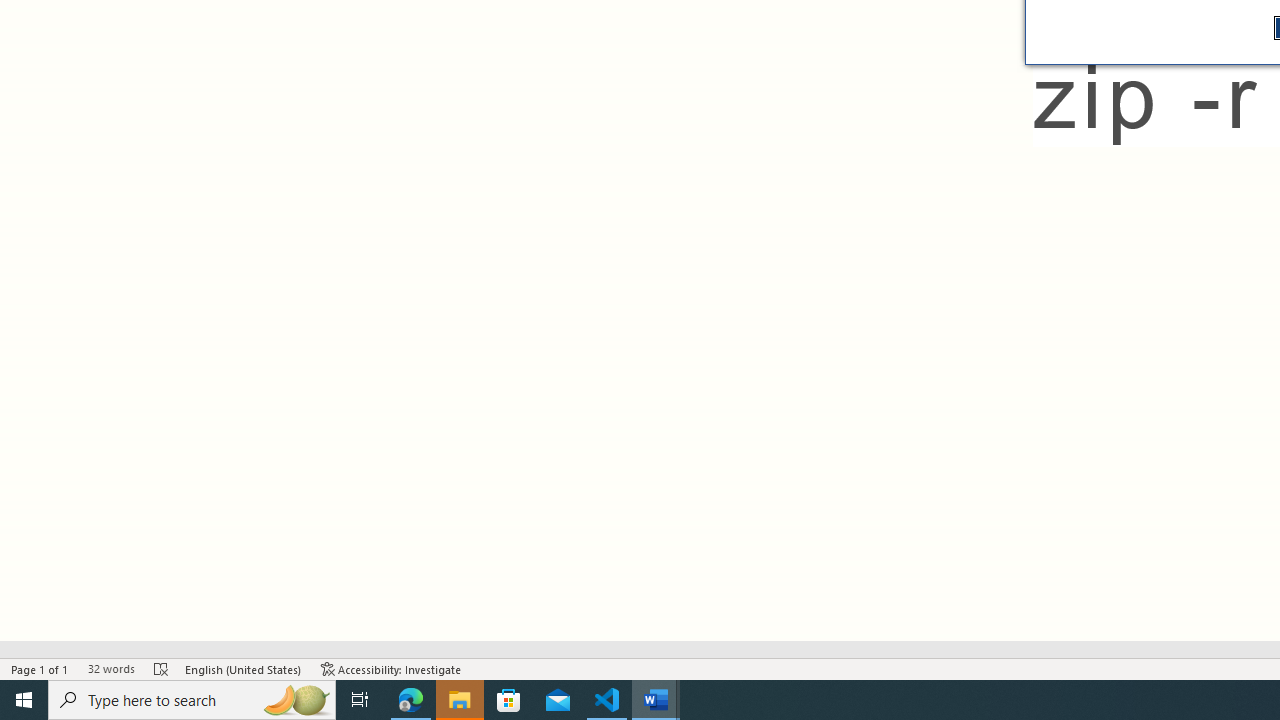  Describe the element at coordinates (410, 698) in the screenshot. I see `'Microsoft Edge - 1 running window'` at that location.